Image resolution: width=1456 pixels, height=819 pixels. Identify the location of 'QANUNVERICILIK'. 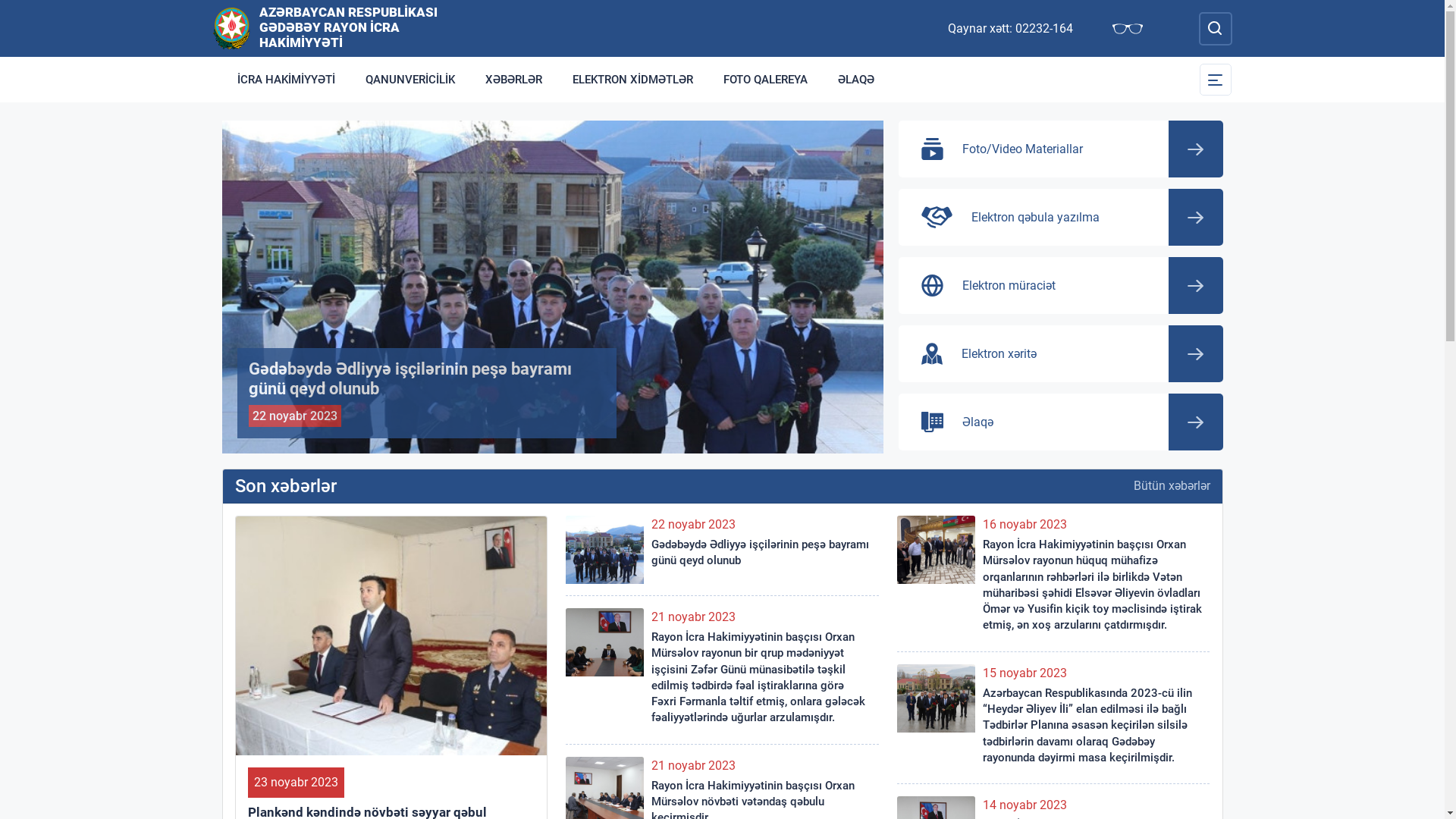
(410, 79).